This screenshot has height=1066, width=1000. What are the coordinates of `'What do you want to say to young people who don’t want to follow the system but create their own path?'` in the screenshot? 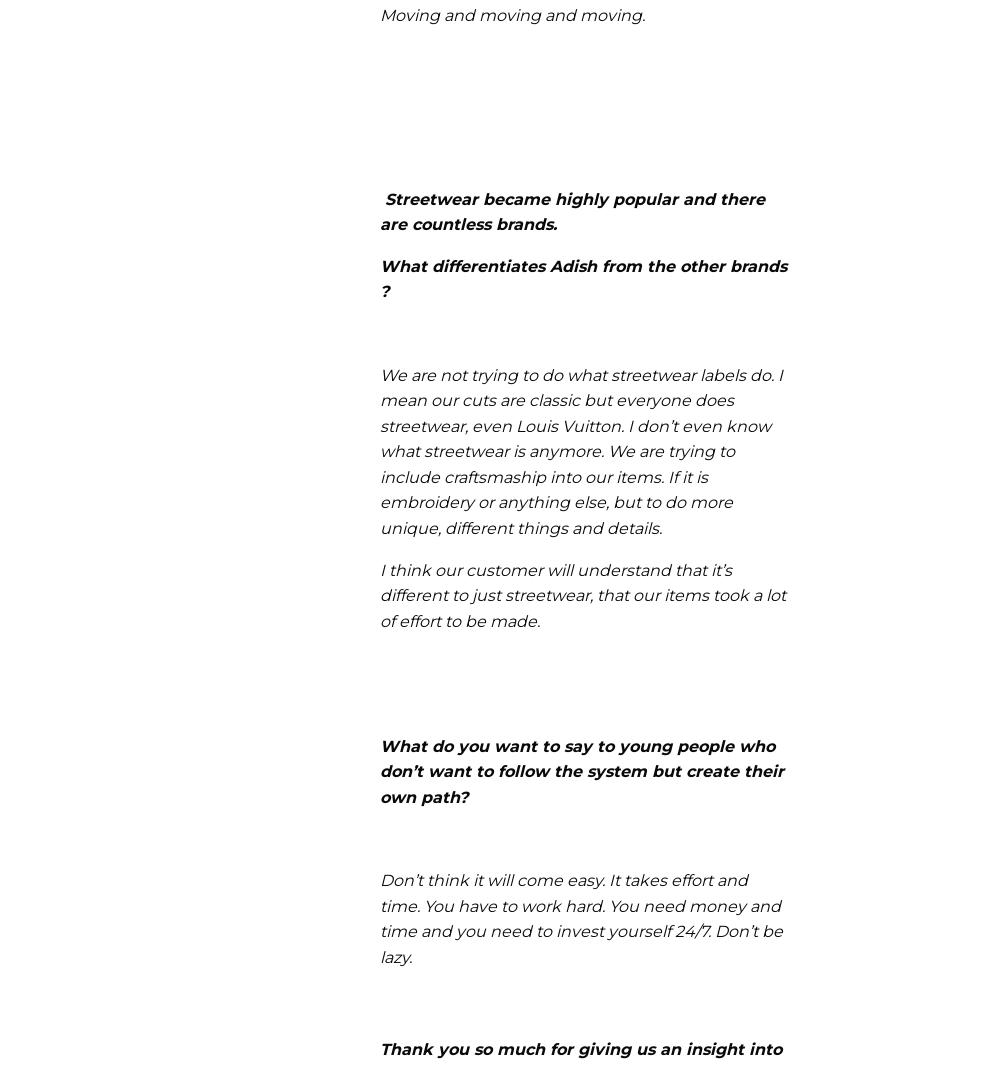 It's located at (581, 770).